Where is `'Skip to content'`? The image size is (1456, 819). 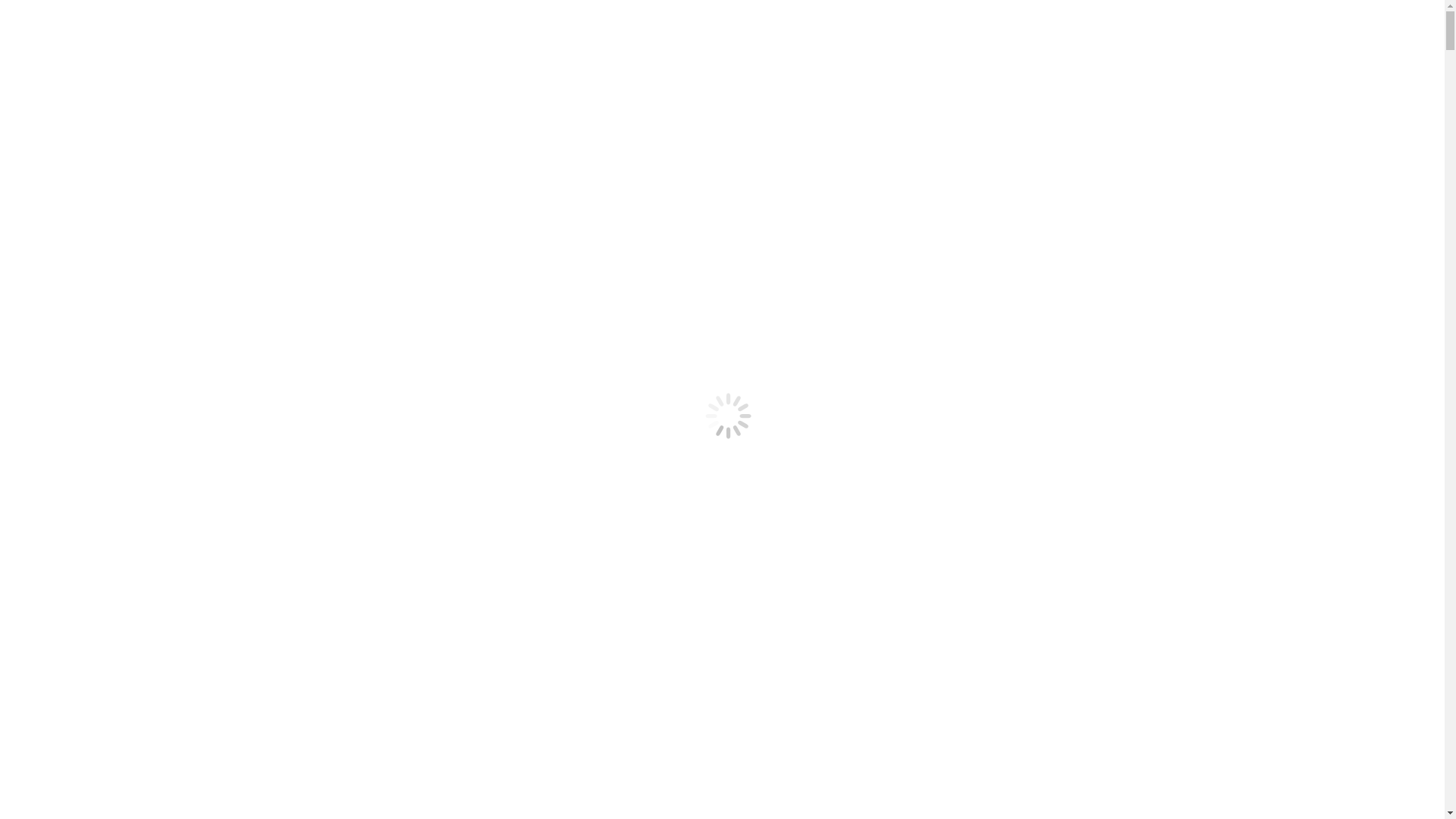
'Skip to content' is located at coordinates (42, 12).